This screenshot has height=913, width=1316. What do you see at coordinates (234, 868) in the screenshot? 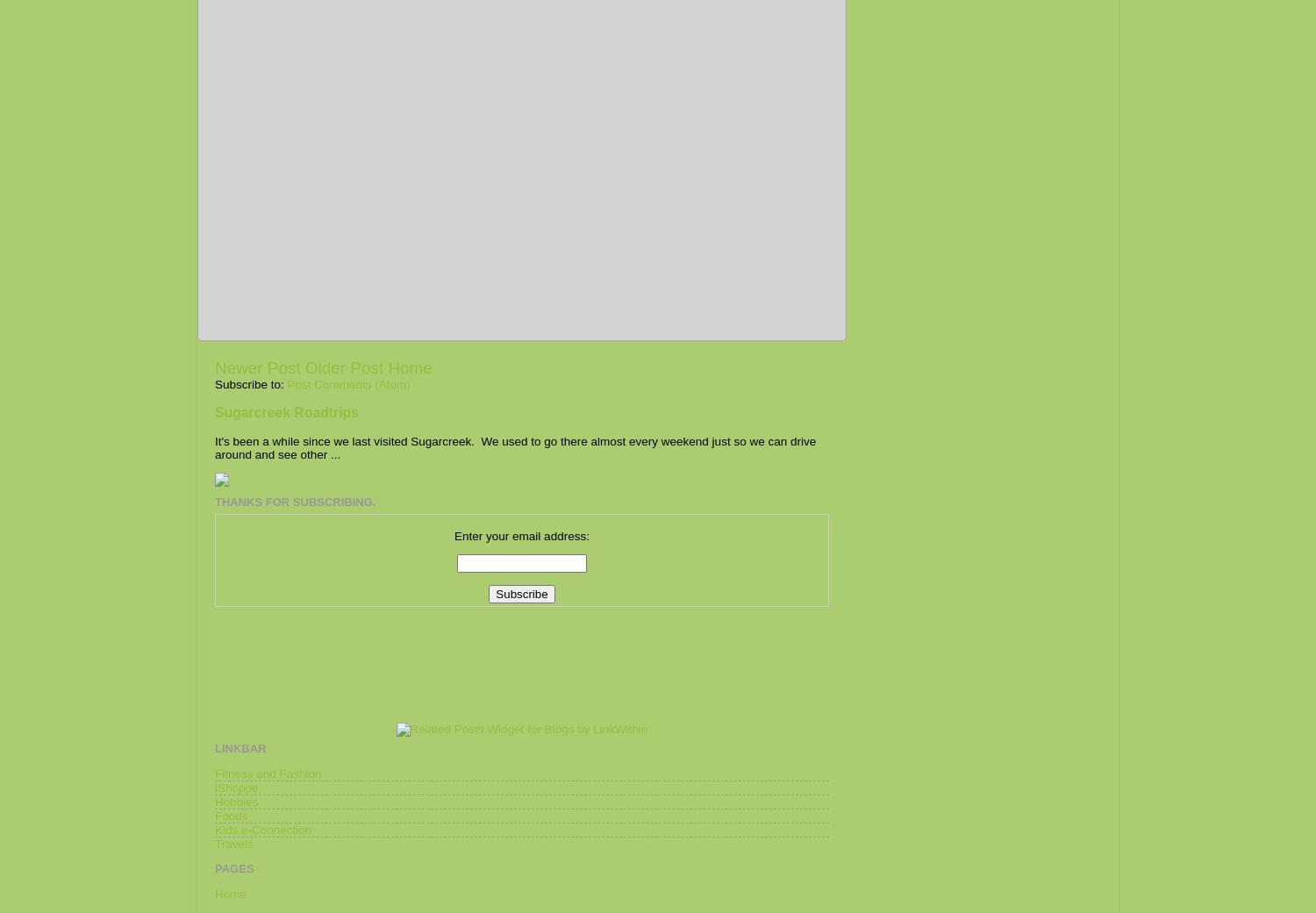
I see `'Pages'` at bounding box center [234, 868].